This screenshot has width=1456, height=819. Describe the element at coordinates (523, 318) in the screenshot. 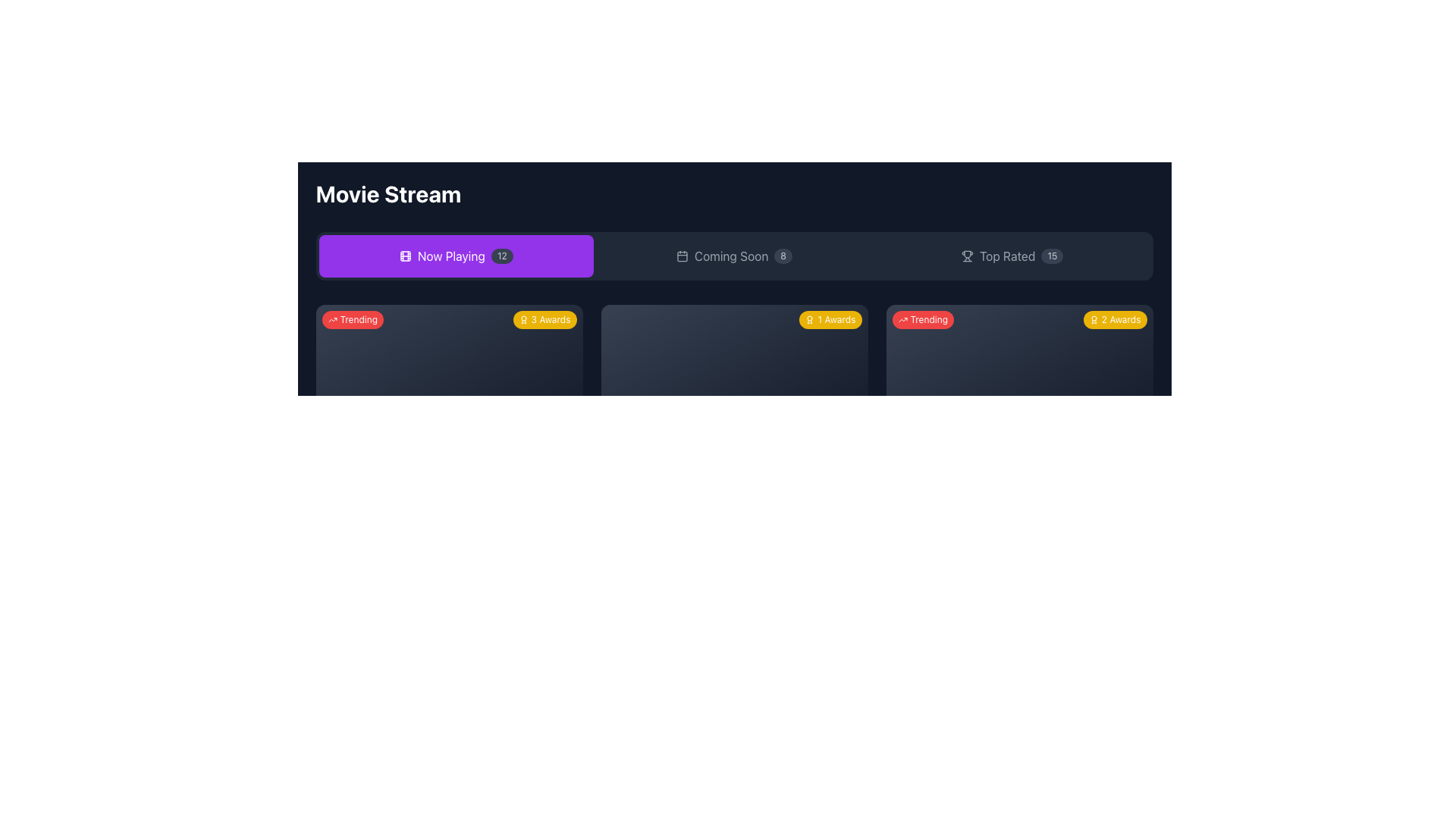

I see `the Decorative icon that signifies awards within the '3 Awards' badge located in the upper-right corner of the yellow badge` at that location.